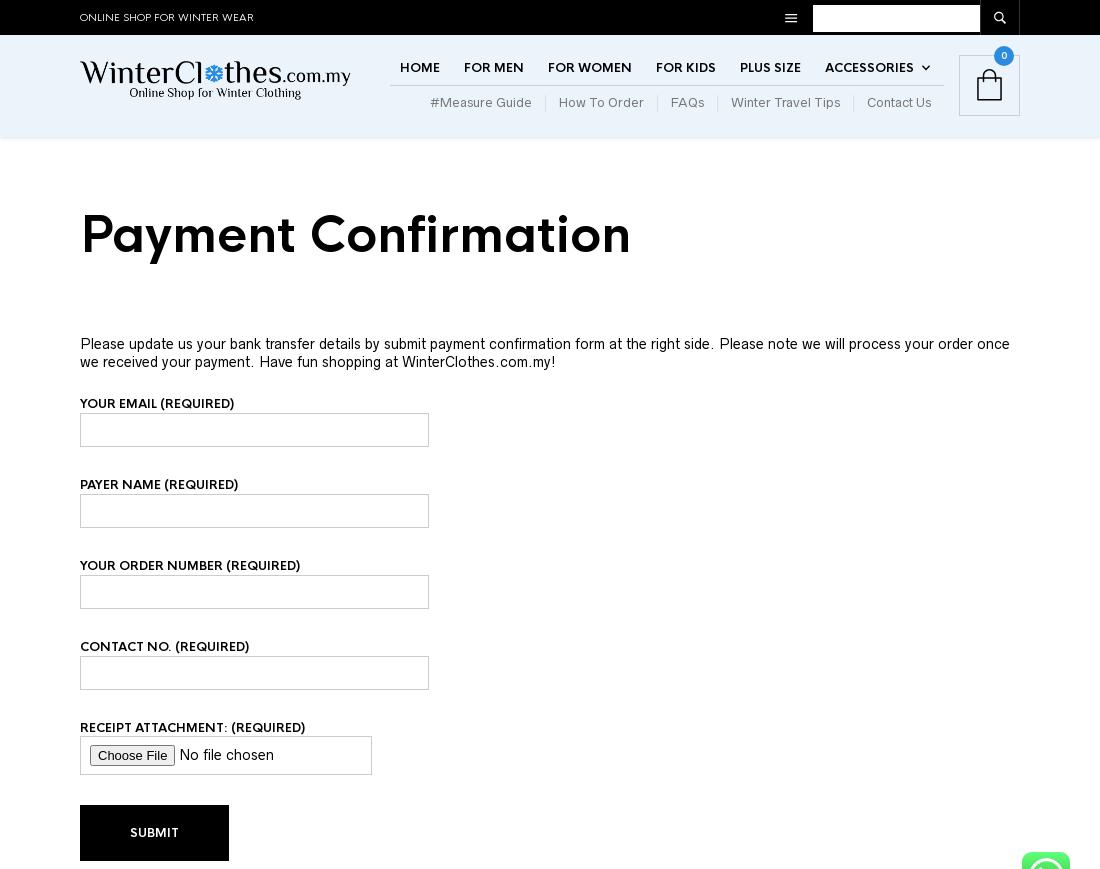 This screenshot has width=1100, height=869. Describe the element at coordinates (545, 389) in the screenshot. I see `'Please update us your bank transfer details by submit payment confirmation form at the right side. Please note we will process your order once we received your payment. Have fun shopping at WinterClothes.com.my!'` at that location.